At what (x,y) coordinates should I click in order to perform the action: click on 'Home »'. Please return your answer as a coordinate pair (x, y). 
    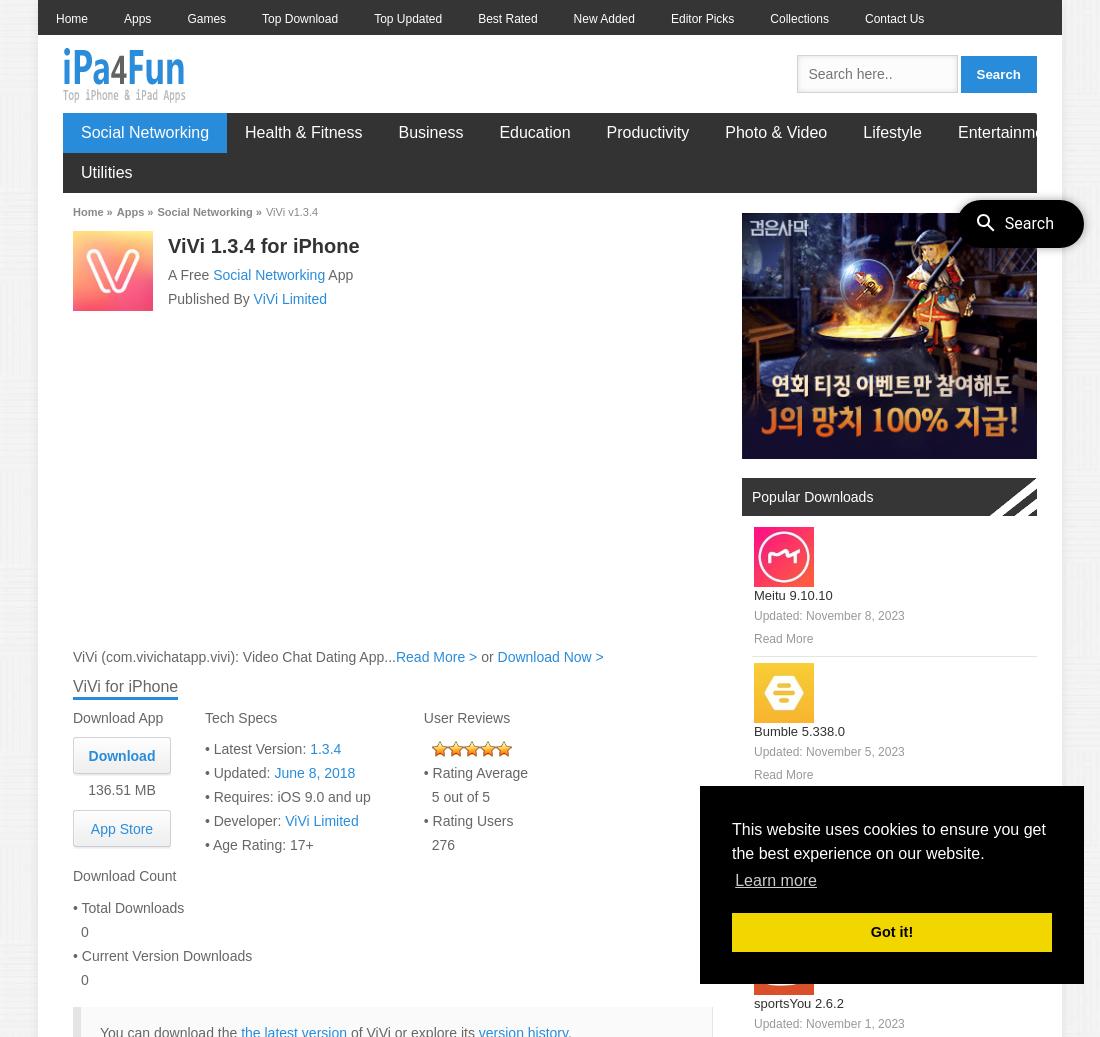
    Looking at the image, I should click on (92, 210).